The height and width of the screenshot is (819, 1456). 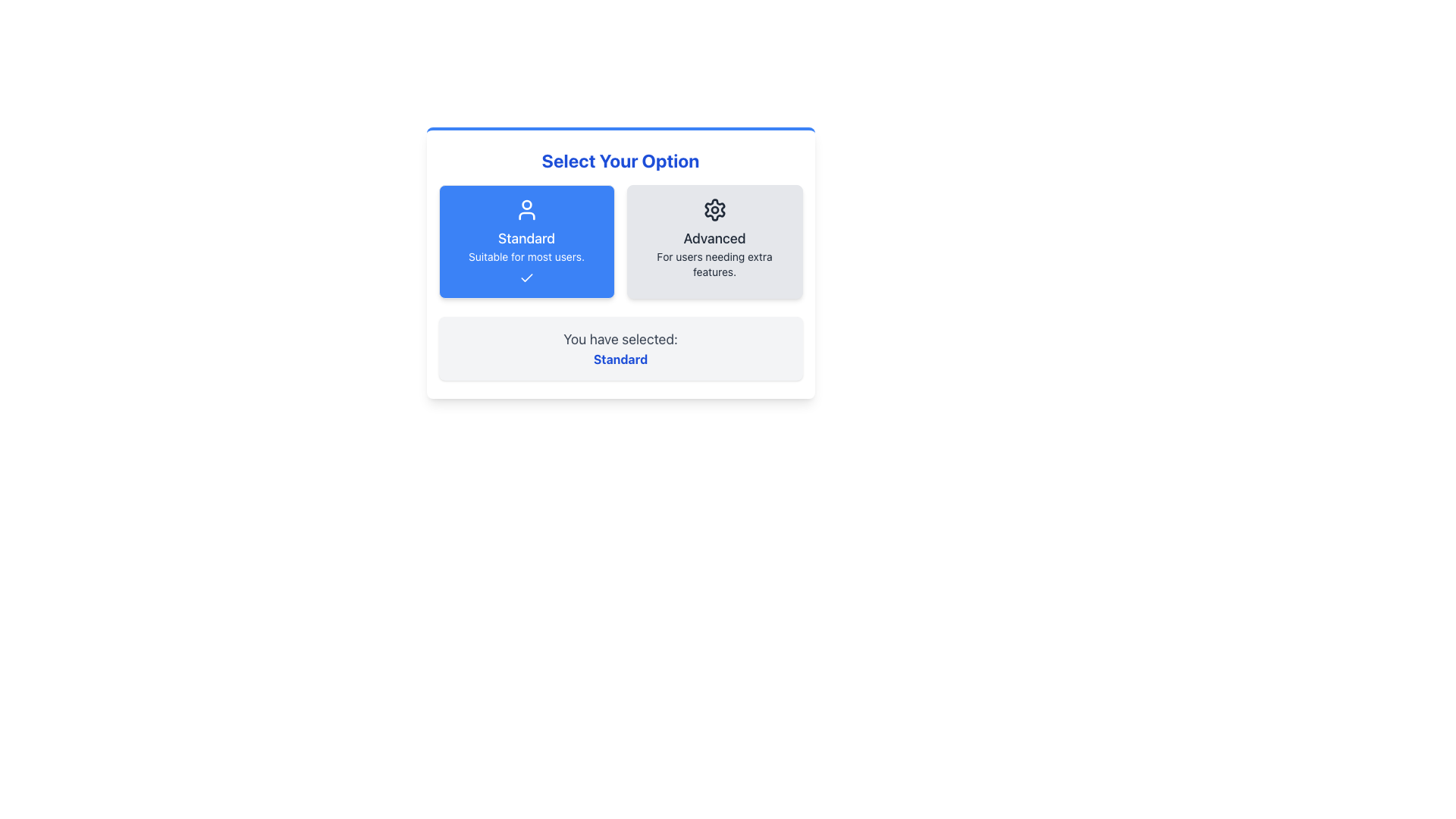 I want to click on the 'Standard' text element, which is styled in a medium-weight font on a blue background, located in the left card of a two-option section at the top center of the interface, so click(x=526, y=239).